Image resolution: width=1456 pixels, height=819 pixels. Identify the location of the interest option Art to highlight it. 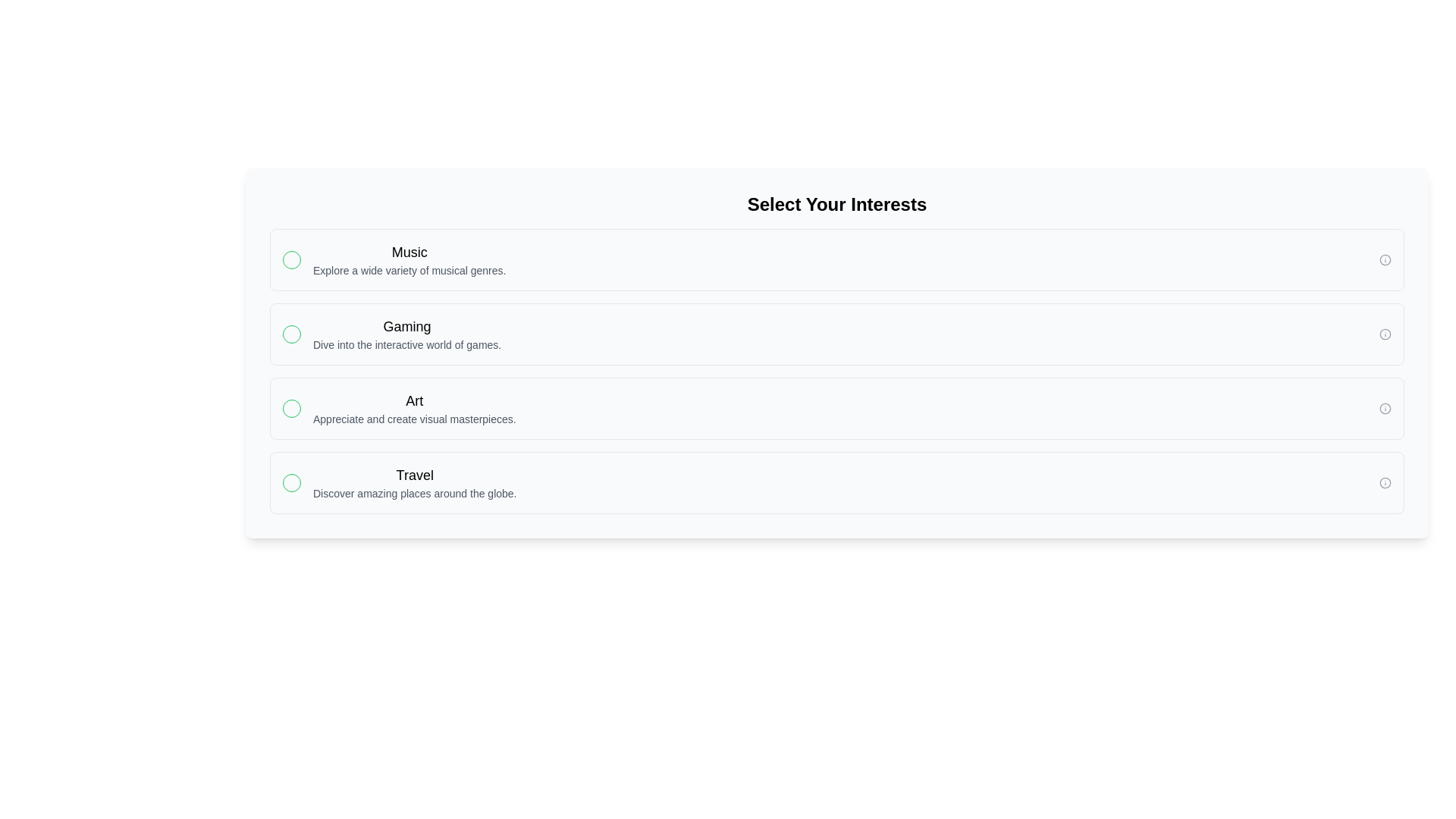
(836, 408).